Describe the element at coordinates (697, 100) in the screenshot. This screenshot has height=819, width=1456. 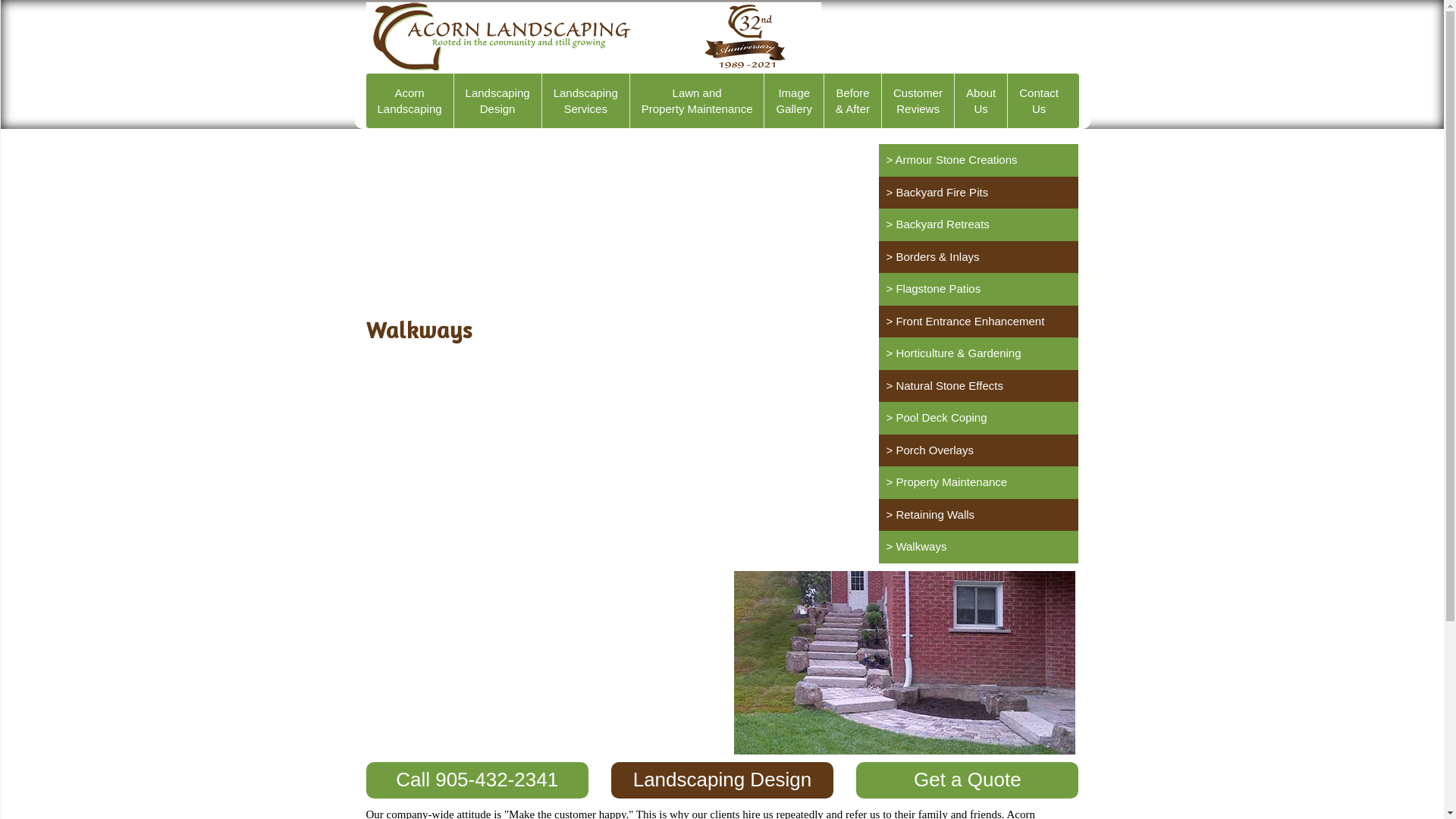
I see `'Lawn and` at that location.